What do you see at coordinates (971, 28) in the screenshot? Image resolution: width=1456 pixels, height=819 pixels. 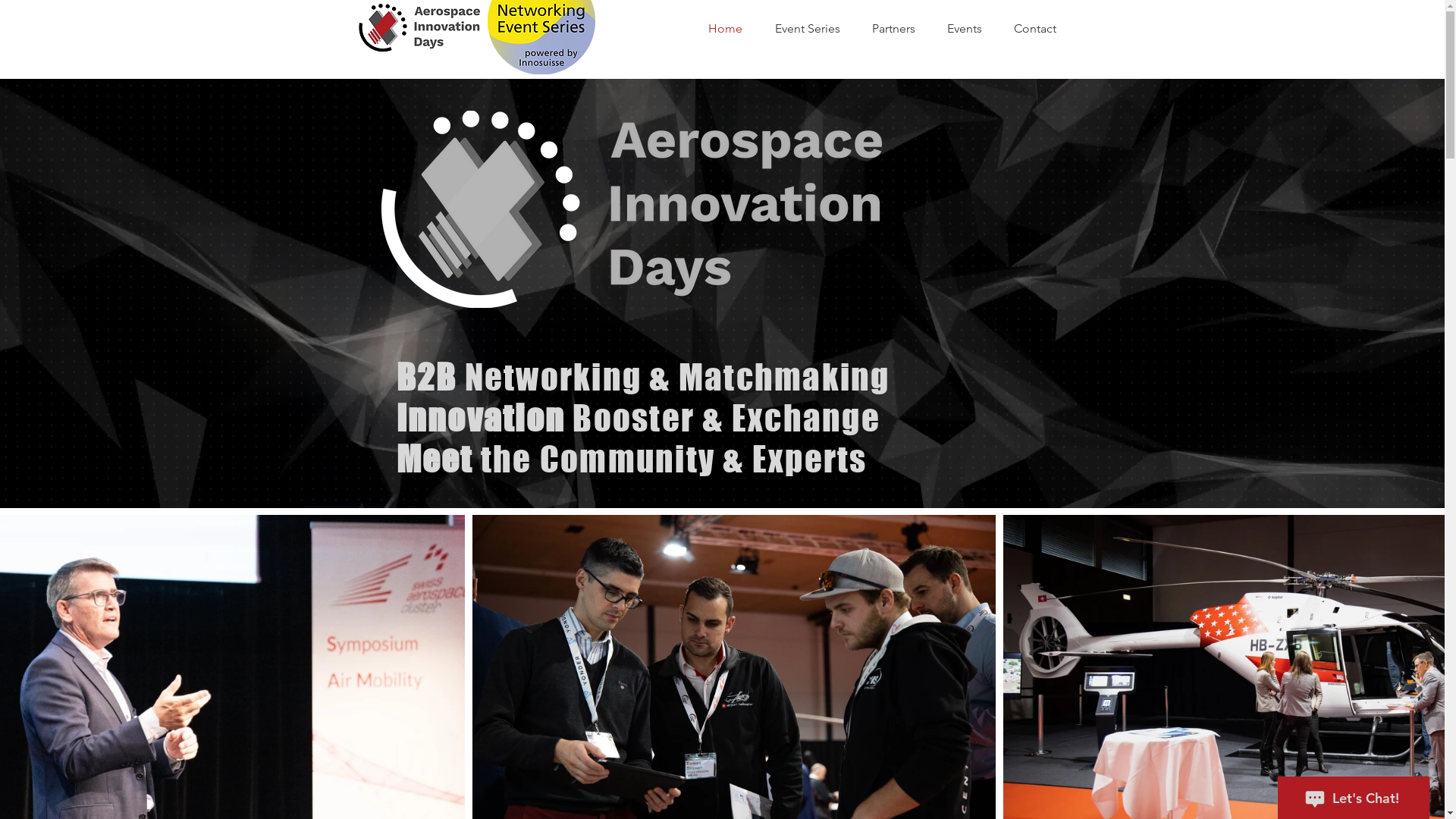 I see `'Events'` at bounding box center [971, 28].